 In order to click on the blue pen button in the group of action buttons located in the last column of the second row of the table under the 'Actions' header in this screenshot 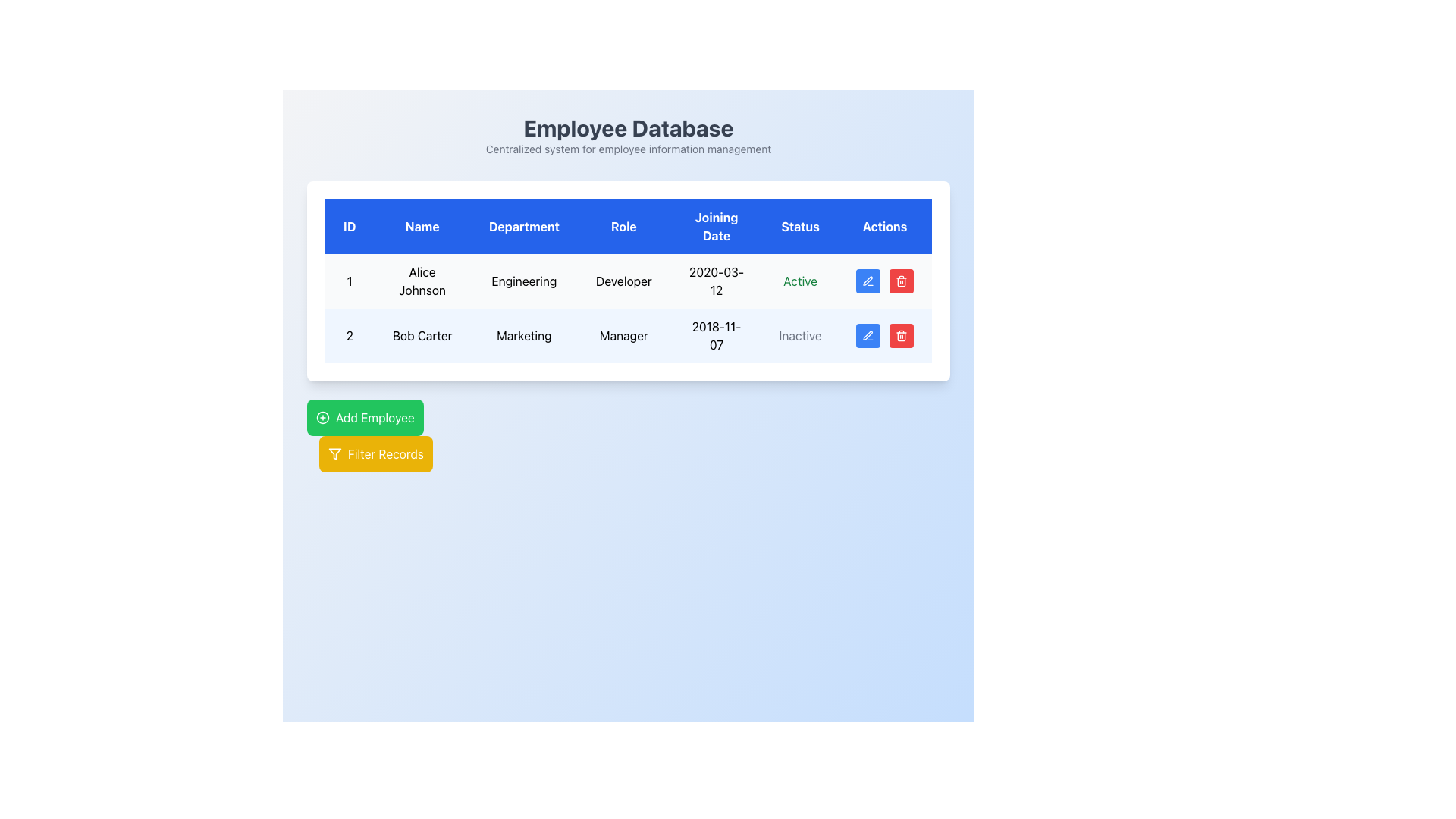, I will do `click(884, 335)`.